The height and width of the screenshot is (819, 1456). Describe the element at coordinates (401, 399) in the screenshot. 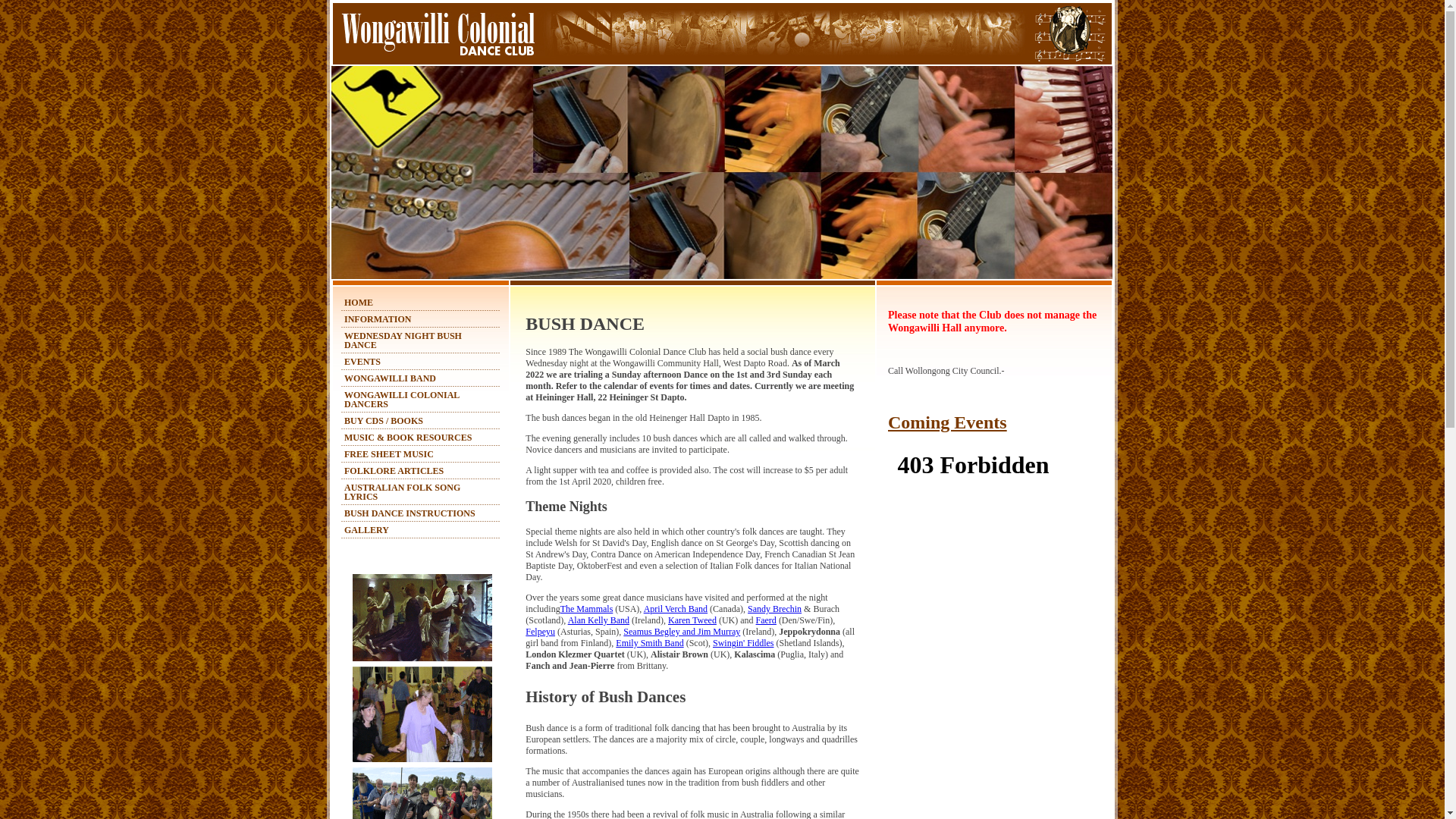

I see `'WONGAWILLI COLONIAL DANCERS'` at that location.